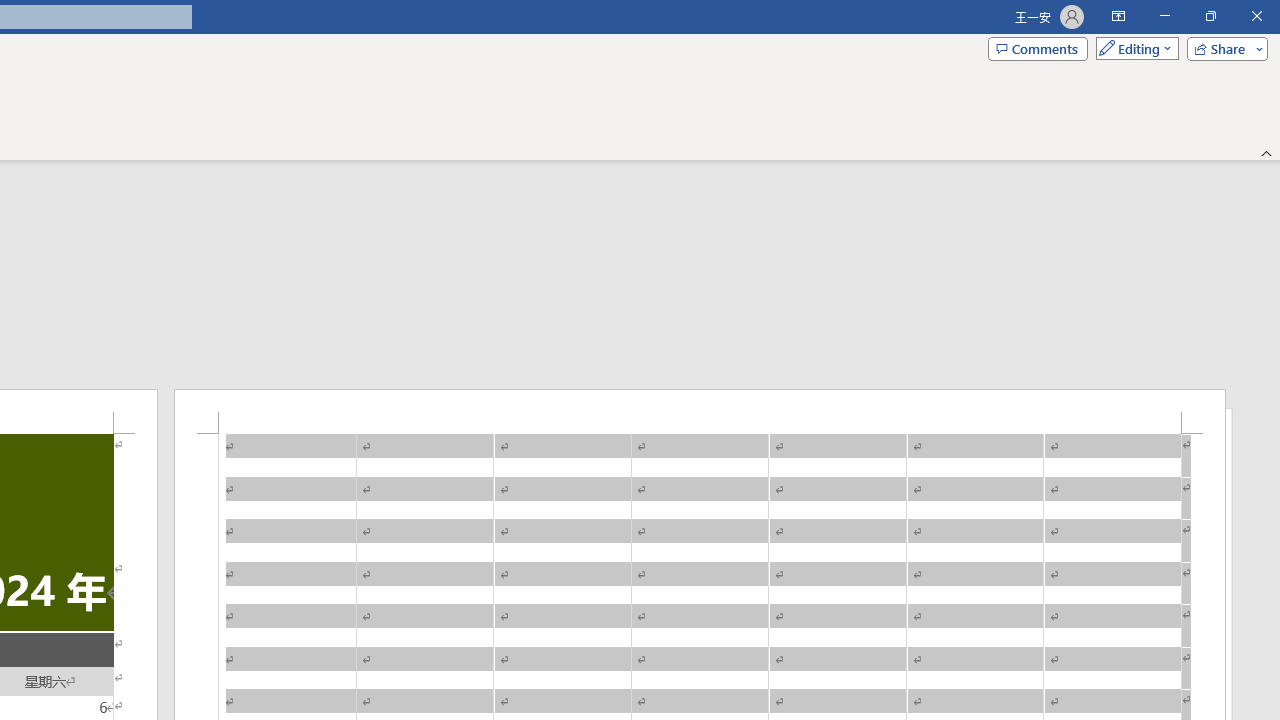 The width and height of the screenshot is (1280, 720). What do you see at coordinates (1164, 16) in the screenshot?
I see `'Minimize'` at bounding box center [1164, 16].